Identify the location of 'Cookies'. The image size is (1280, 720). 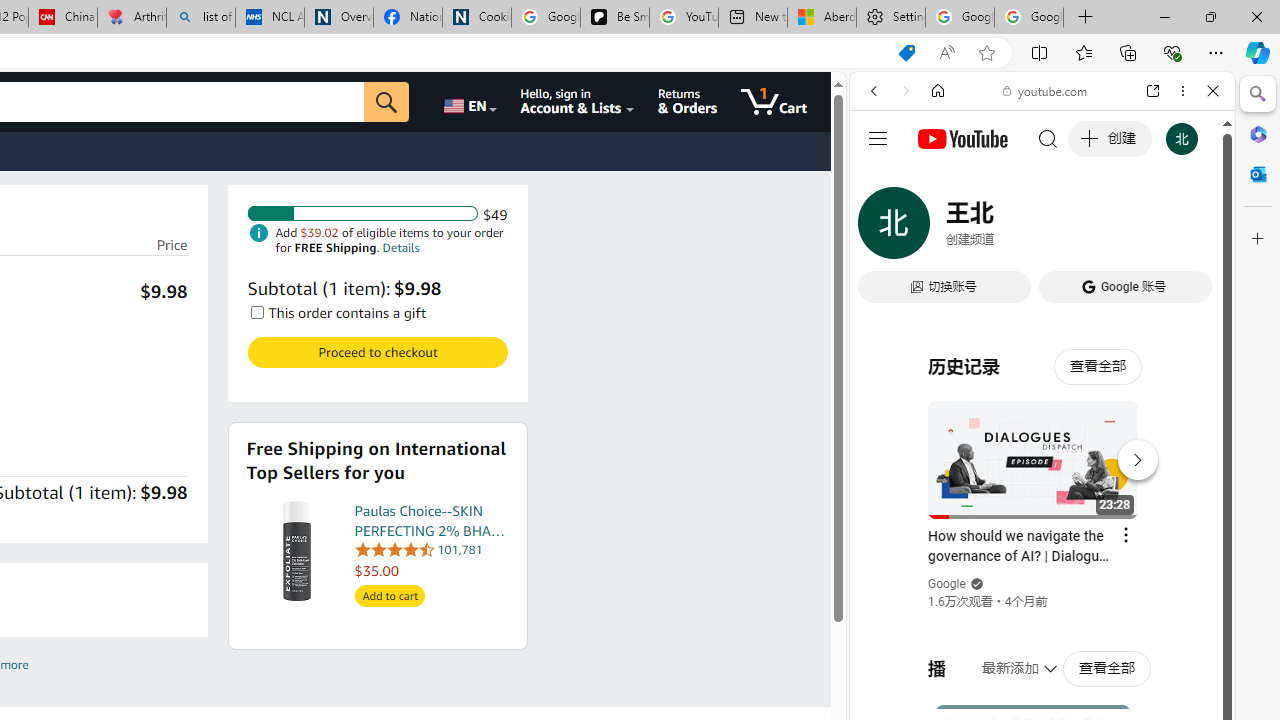
(475, 17).